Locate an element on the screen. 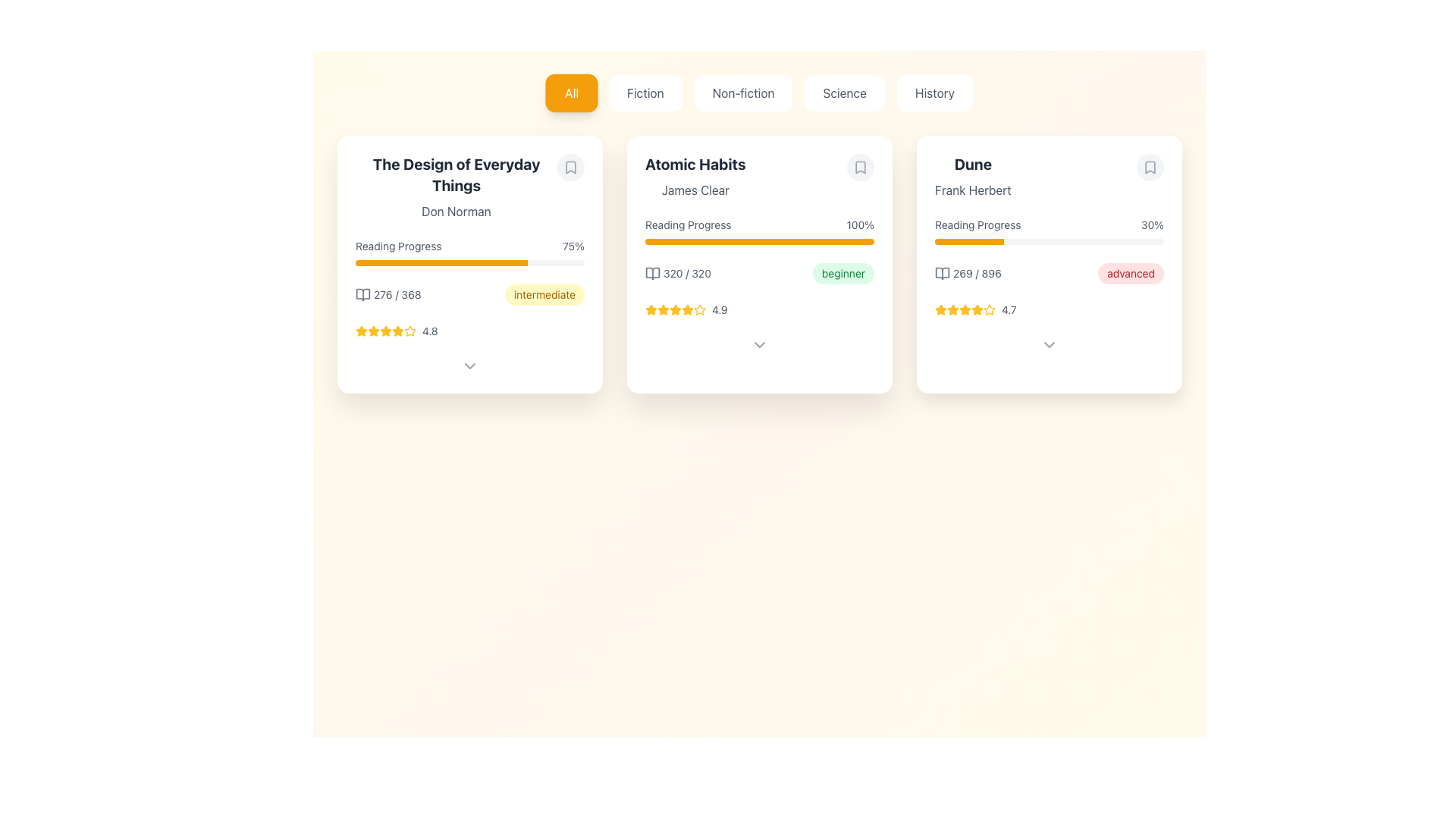 Image resolution: width=1456 pixels, height=819 pixels. the fifth amber-yellow star icon in the rating system of the 'Atomic Habits' card, located beneath the reading progress bar is located at coordinates (675, 309).